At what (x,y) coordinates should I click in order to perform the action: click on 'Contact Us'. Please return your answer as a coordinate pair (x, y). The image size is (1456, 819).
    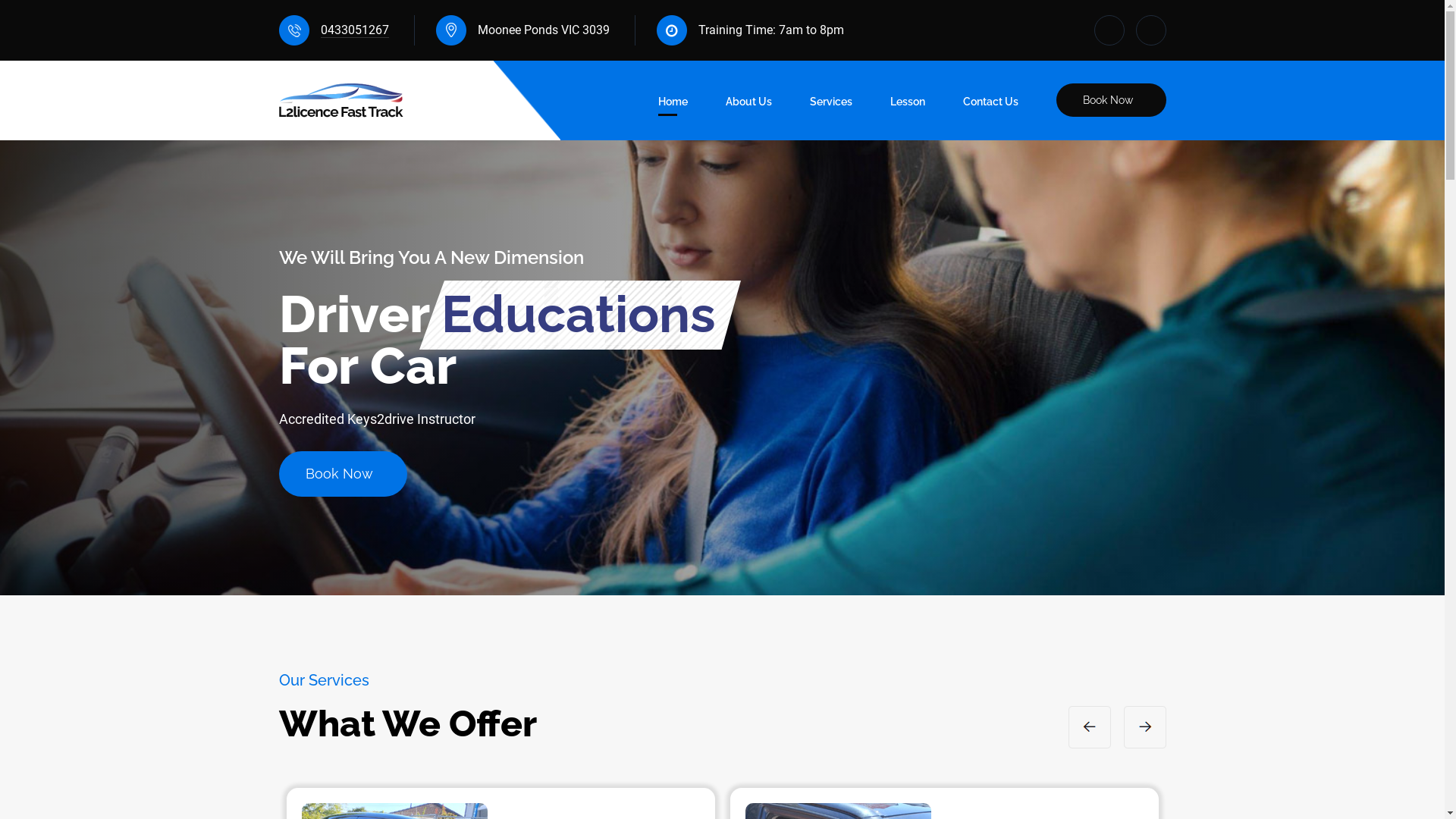
    Looking at the image, I should click on (962, 104).